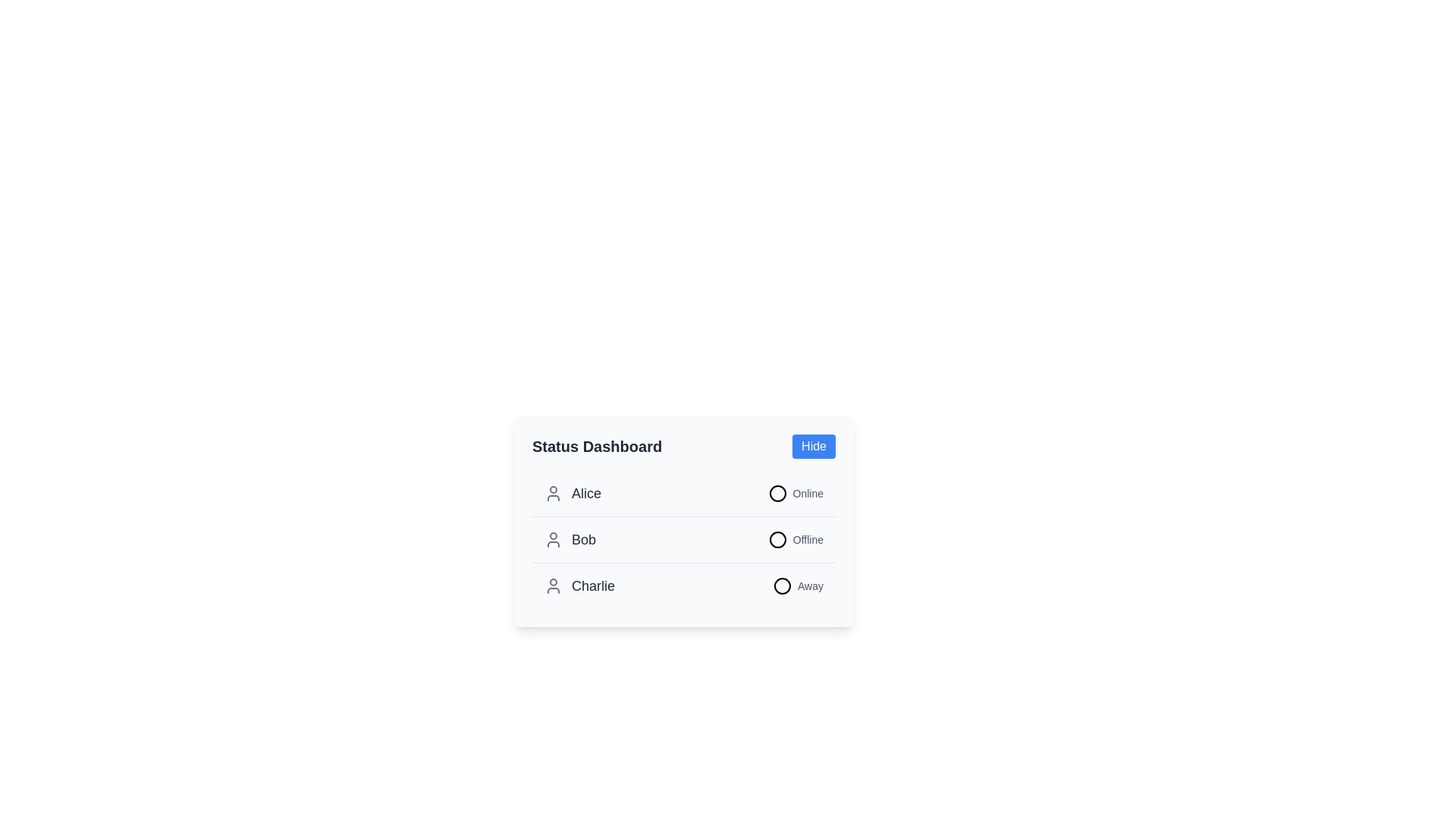 The width and height of the screenshot is (1456, 819). Describe the element at coordinates (807, 494) in the screenshot. I see `the text label that displays 'Online' in light gray color, located in the row associated with 'Alice' in the 'Status Dashboard', positioned to the right of a circular status indicator` at that location.